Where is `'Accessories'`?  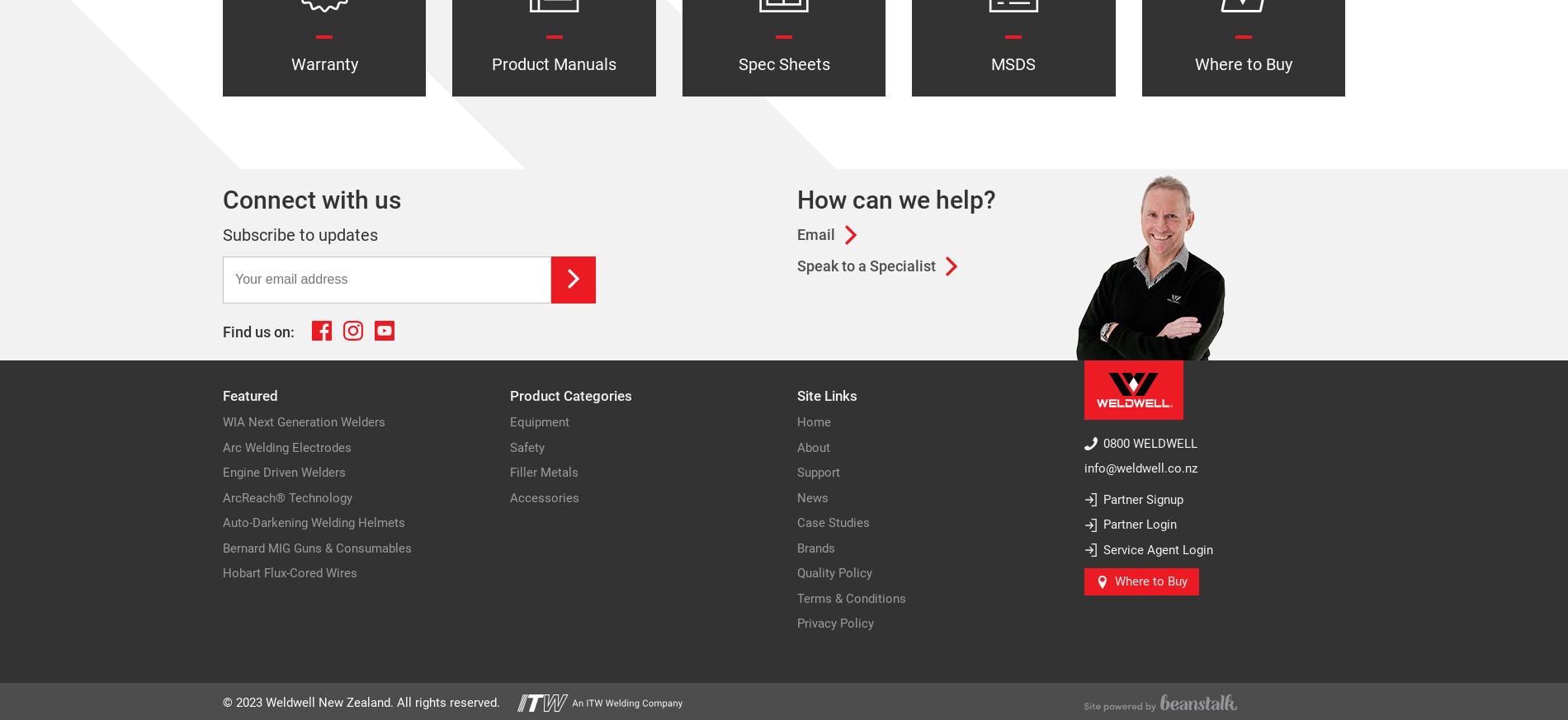 'Accessories' is located at coordinates (545, 496).